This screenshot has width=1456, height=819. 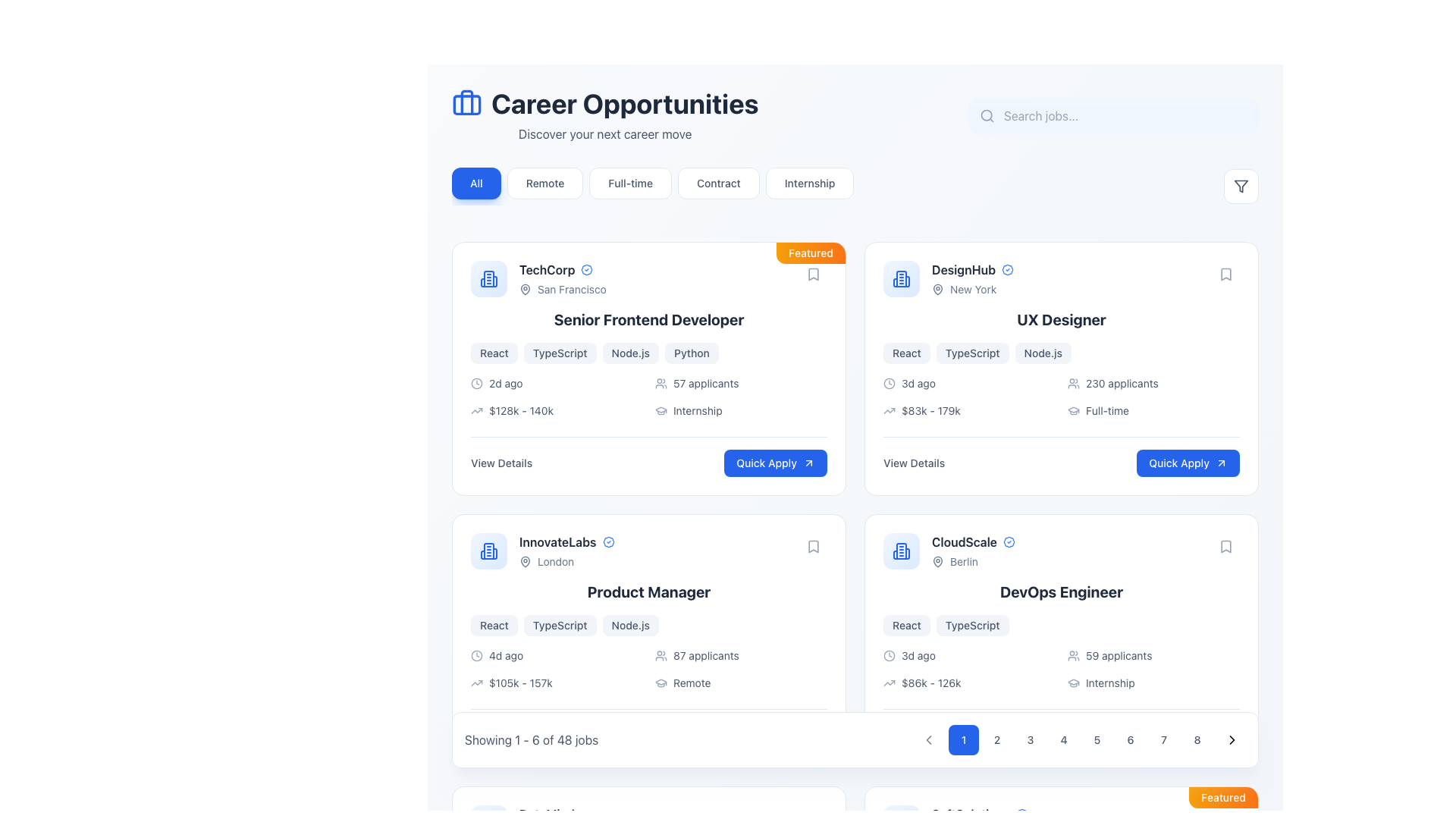 What do you see at coordinates (973, 551) in the screenshot?
I see `the Label displaying 'CloudScale' and 'Berlin' with the check badge icon and map pin icon, positioned in the bottom-right quarter of the visible grid structure` at bounding box center [973, 551].